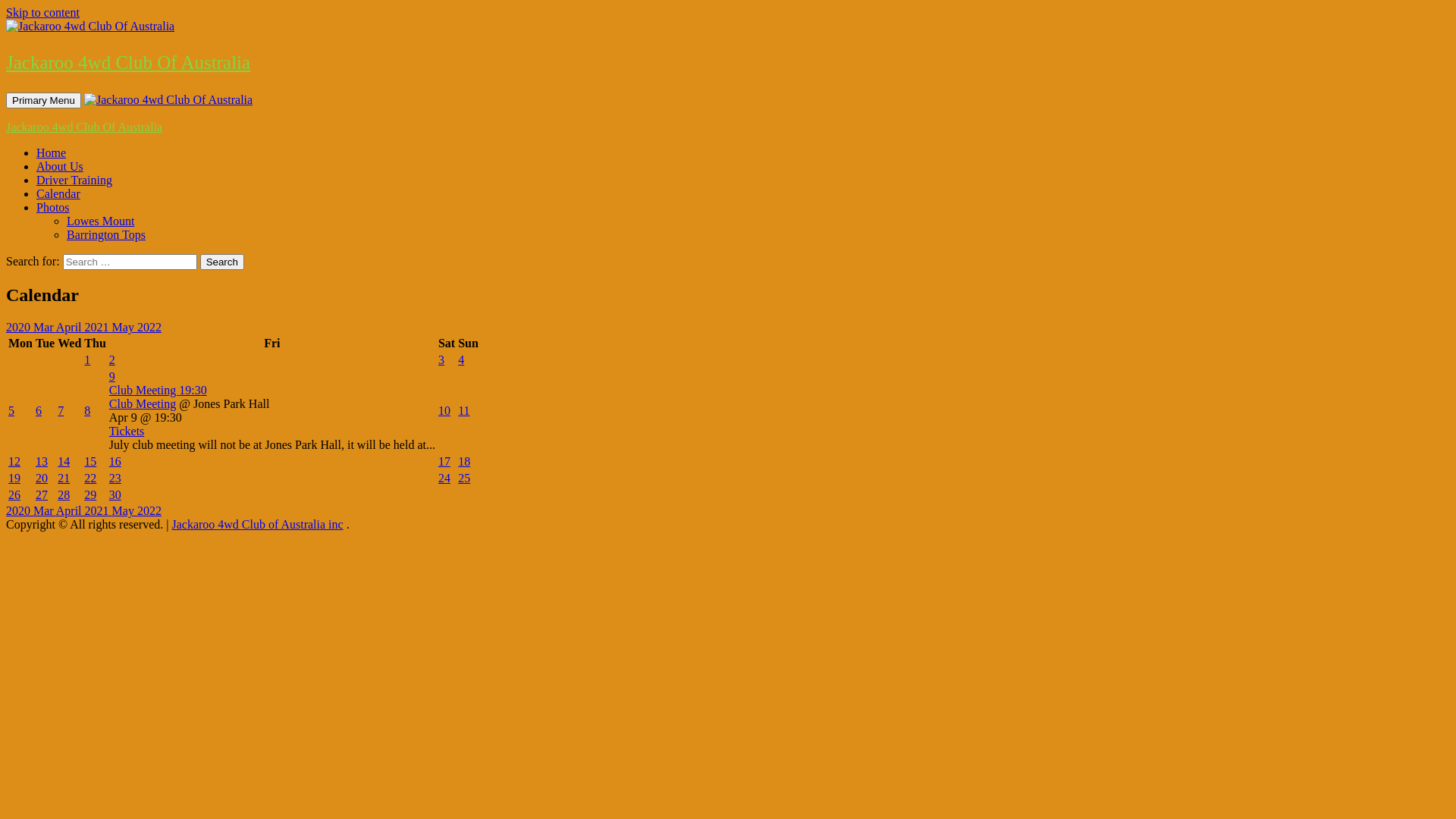 The width and height of the screenshot is (1456, 819). What do you see at coordinates (8, 410) in the screenshot?
I see `'5'` at bounding box center [8, 410].